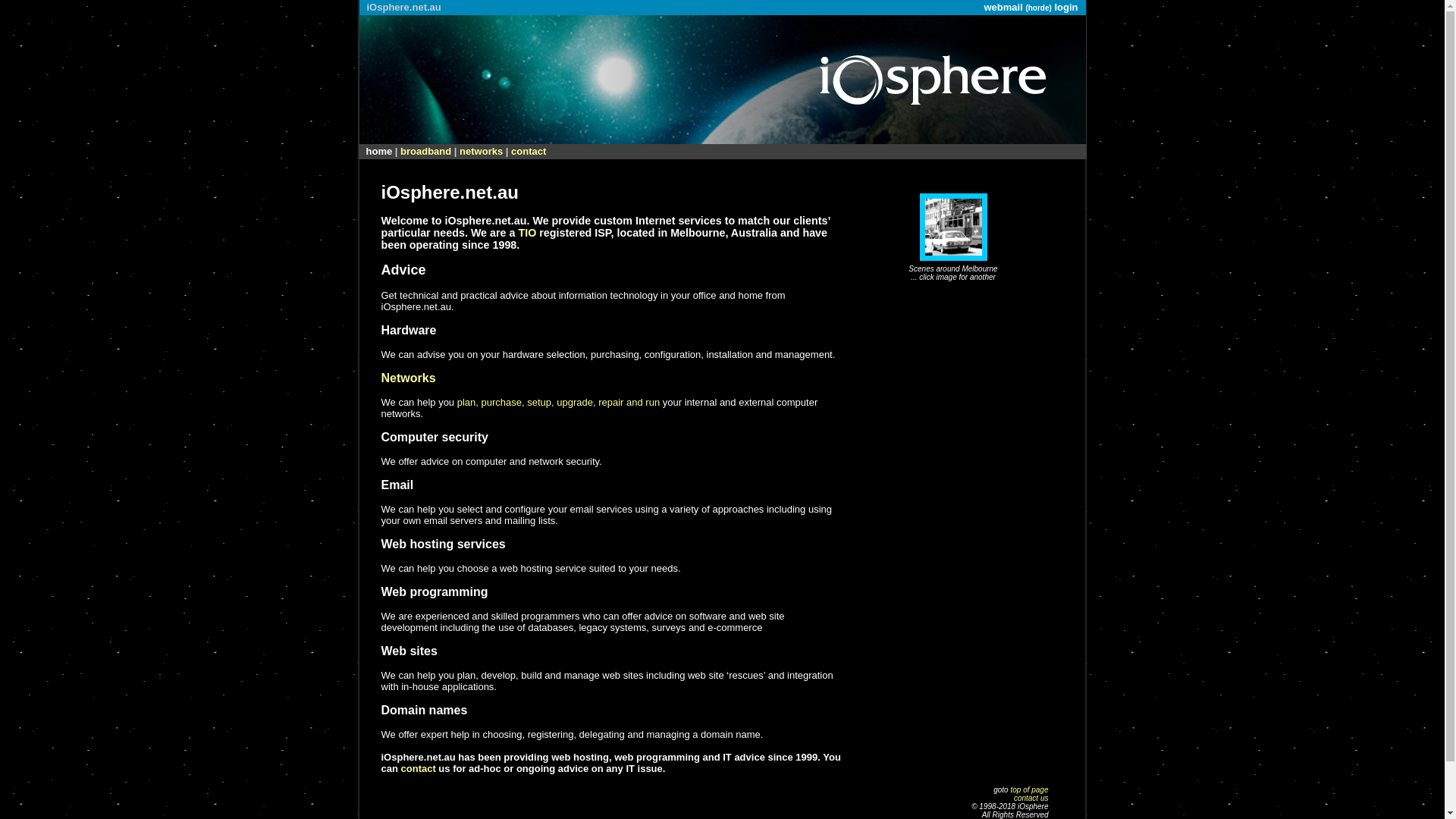 Image resolution: width=1456 pixels, height=819 pixels. Describe the element at coordinates (1029, 789) in the screenshot. I see `'top of page'` at that location.